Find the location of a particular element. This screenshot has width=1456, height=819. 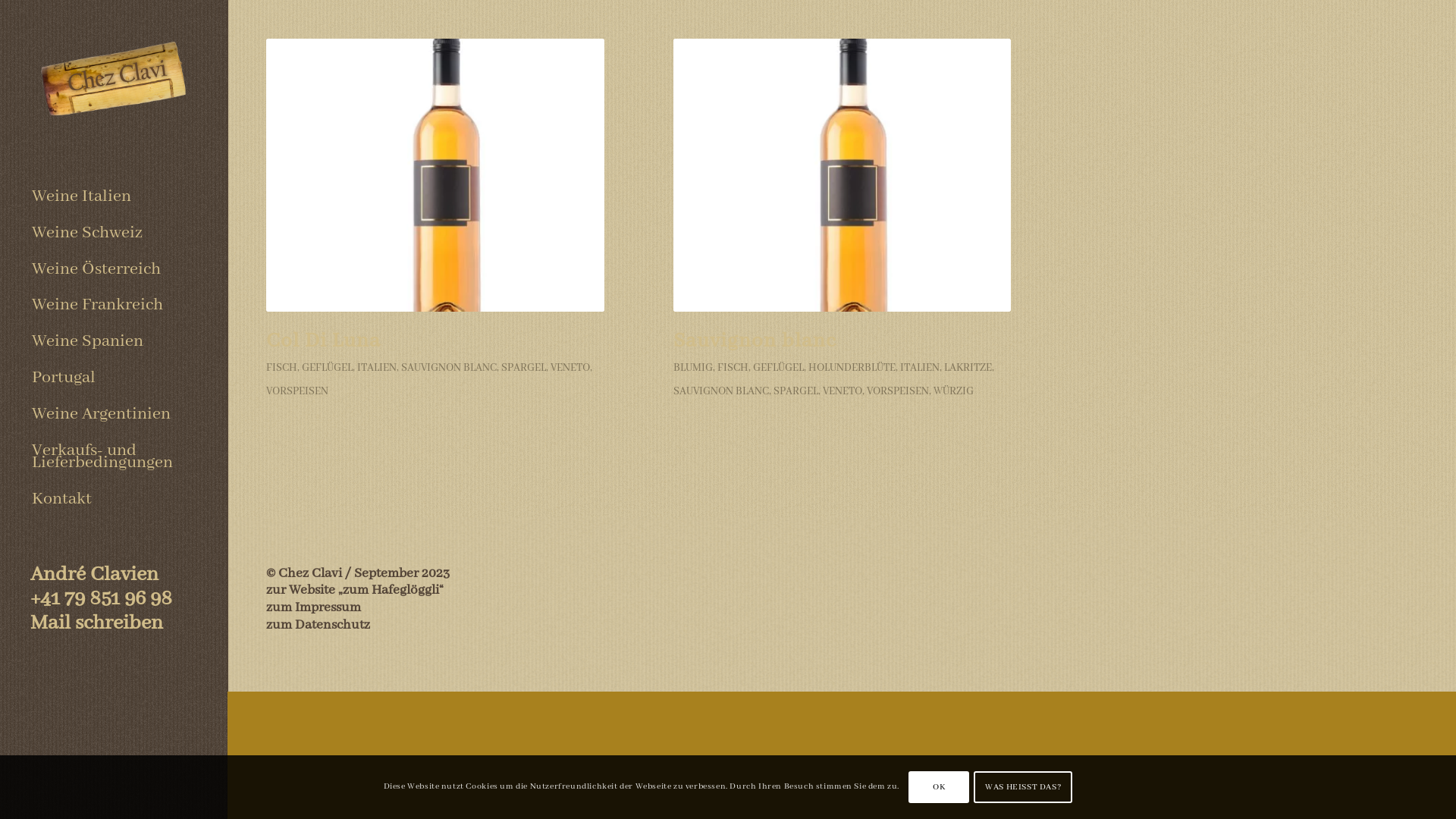

'chezclavi_logo' is located at coordinates (112, 81).